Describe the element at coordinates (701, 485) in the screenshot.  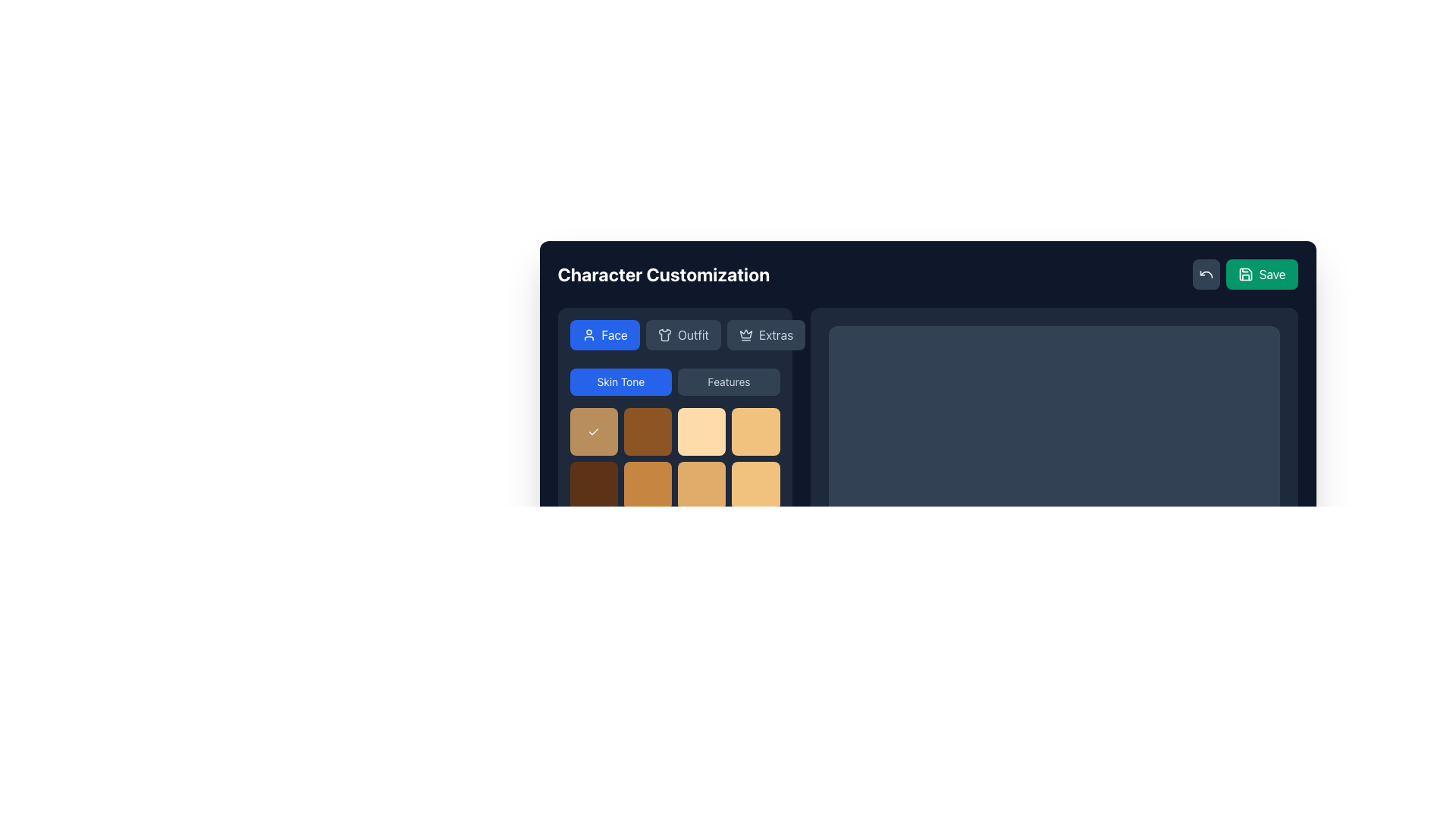
I see `the last square box in the third row of the 4x4 grid under the 'Skin Tone' section` at that location.